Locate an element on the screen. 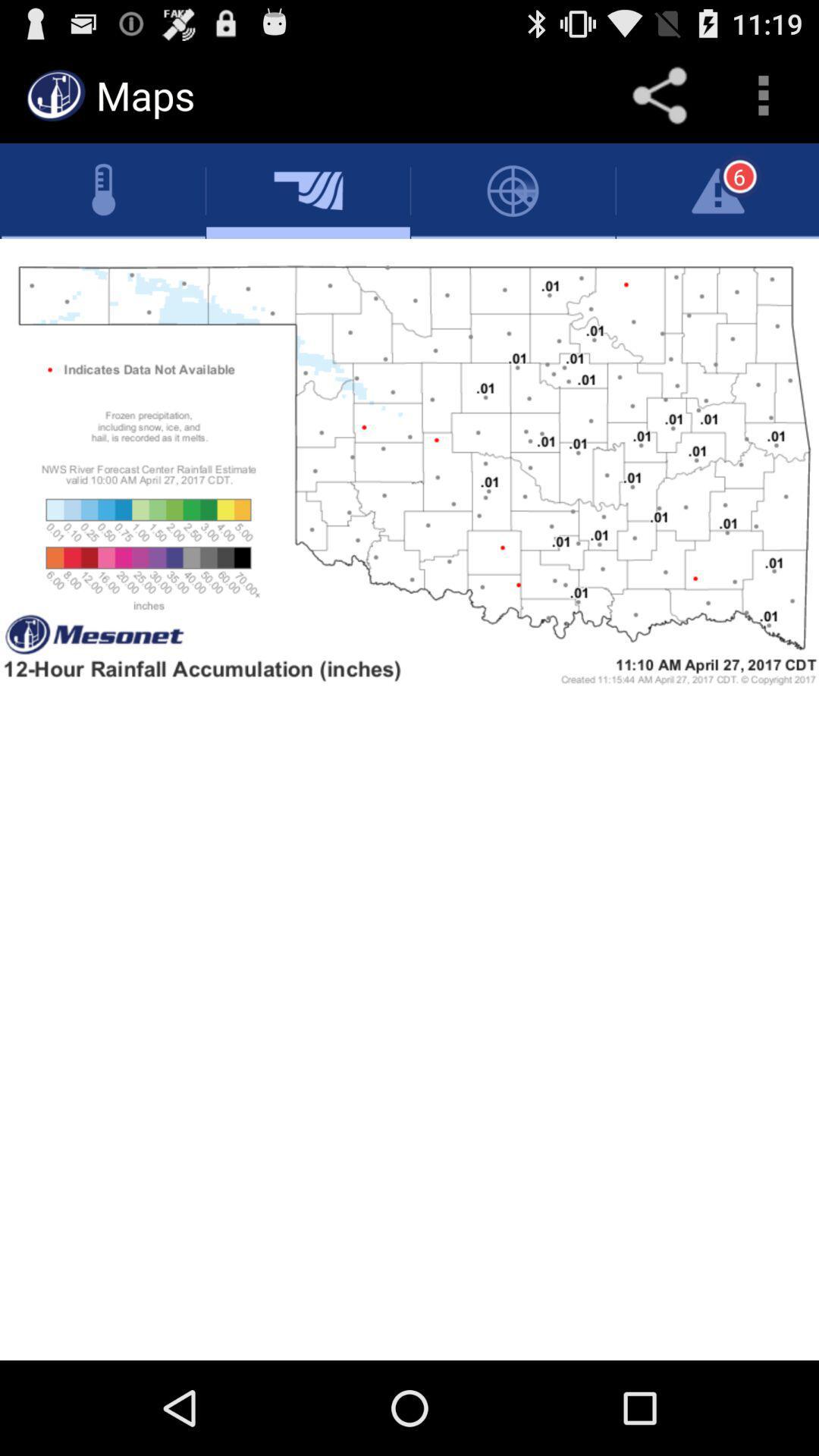 The width and height of the screenshot is (819, 1456). share is located at coordinates (659, 94).